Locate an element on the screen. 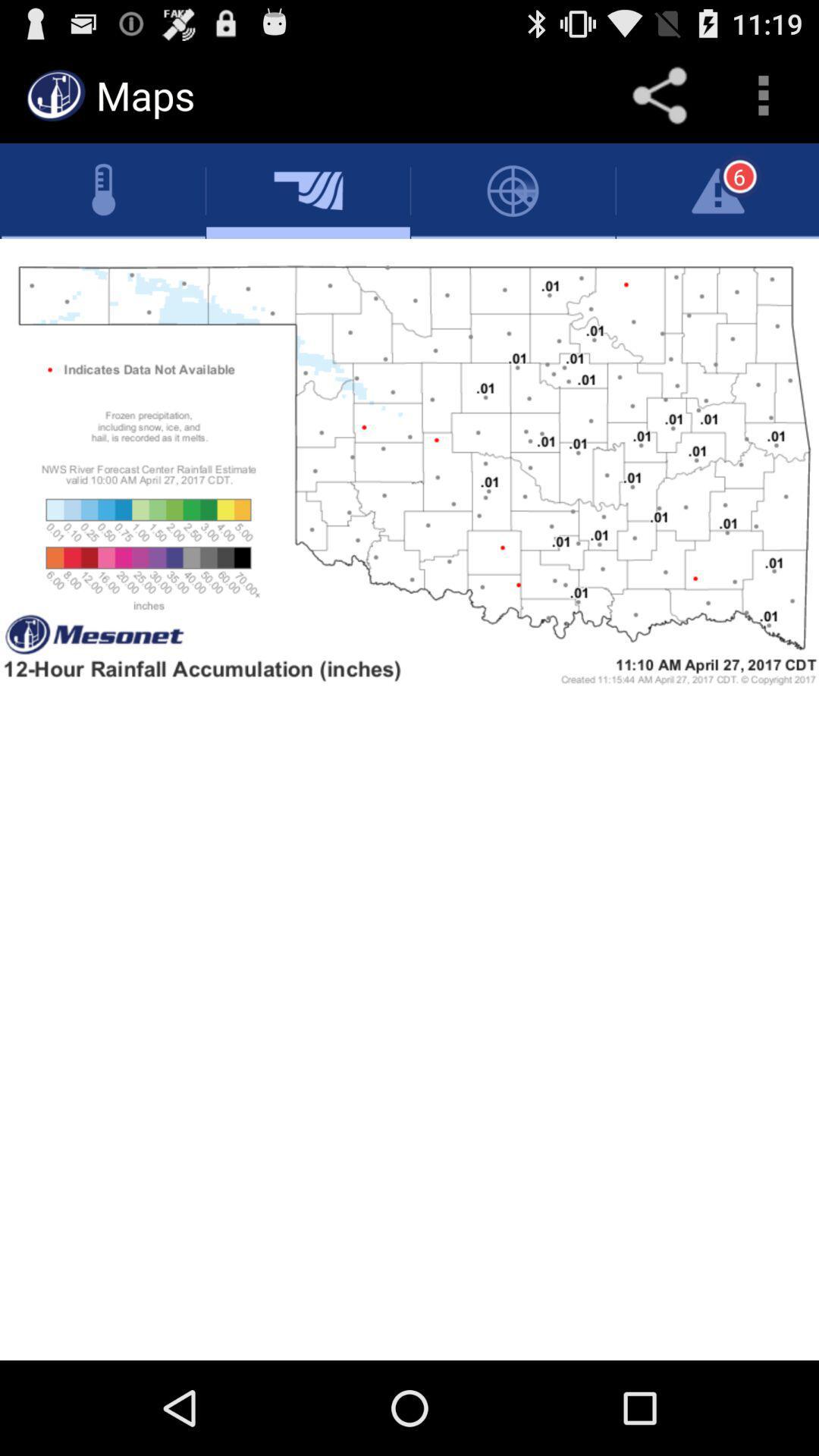 The width and height of the screenshot is (819, 1456). share is located at coordinates (659, 94).